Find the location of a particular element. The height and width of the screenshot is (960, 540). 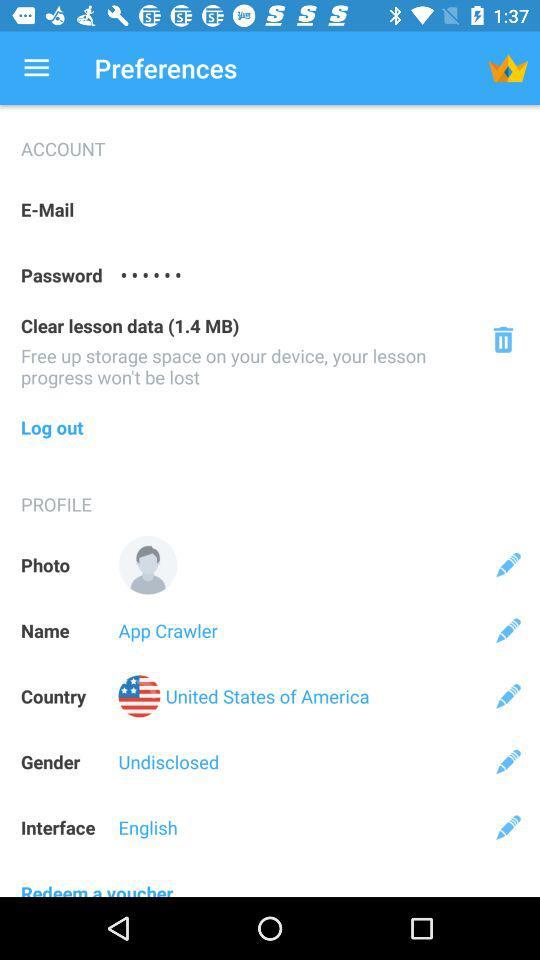

the edit icon is located at coordinates (508, 760).